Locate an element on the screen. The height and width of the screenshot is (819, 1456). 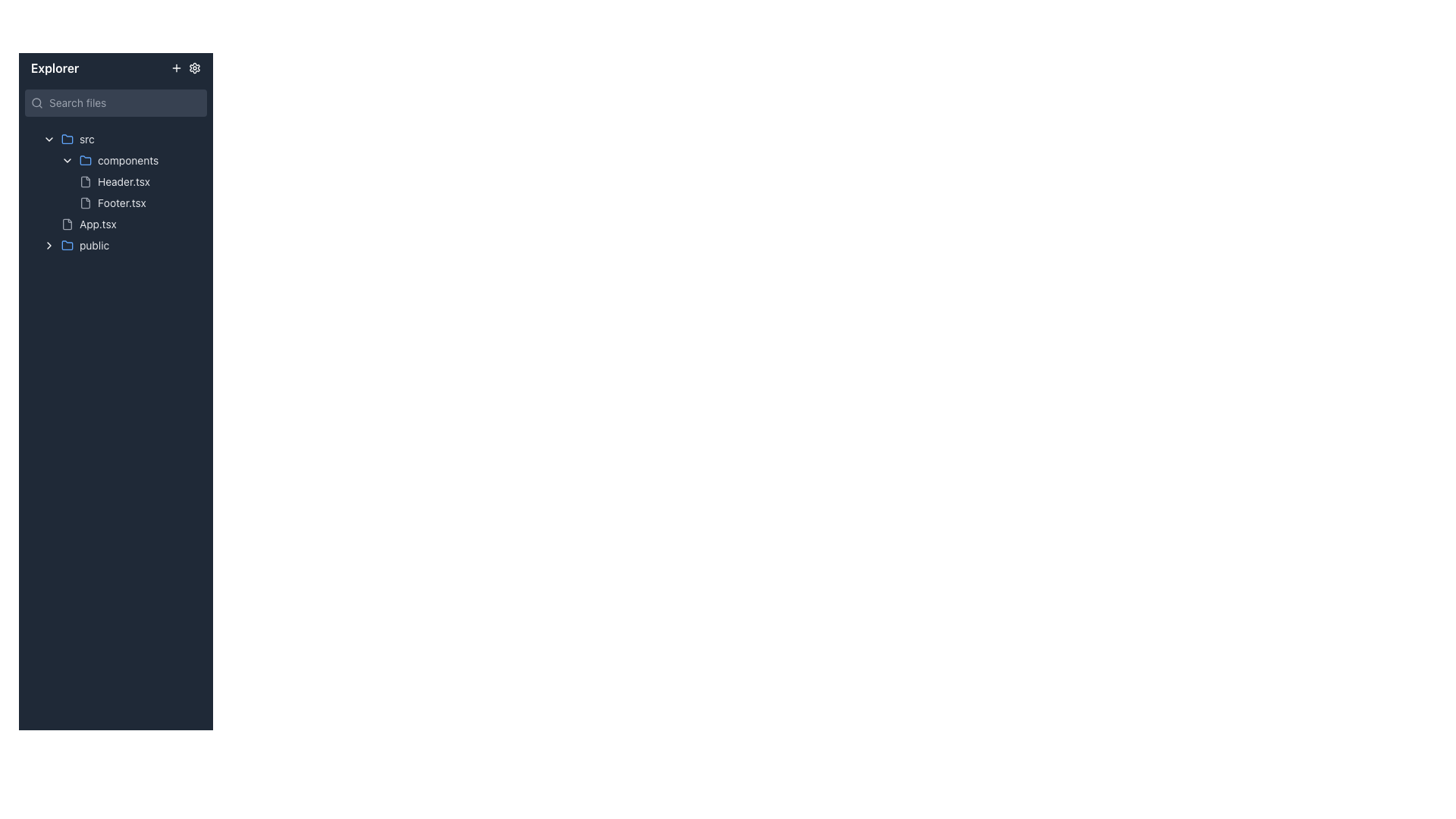
the SVG folder icon representing the 'components' directory in the file explorer interface is located at coordinates (85, 161).